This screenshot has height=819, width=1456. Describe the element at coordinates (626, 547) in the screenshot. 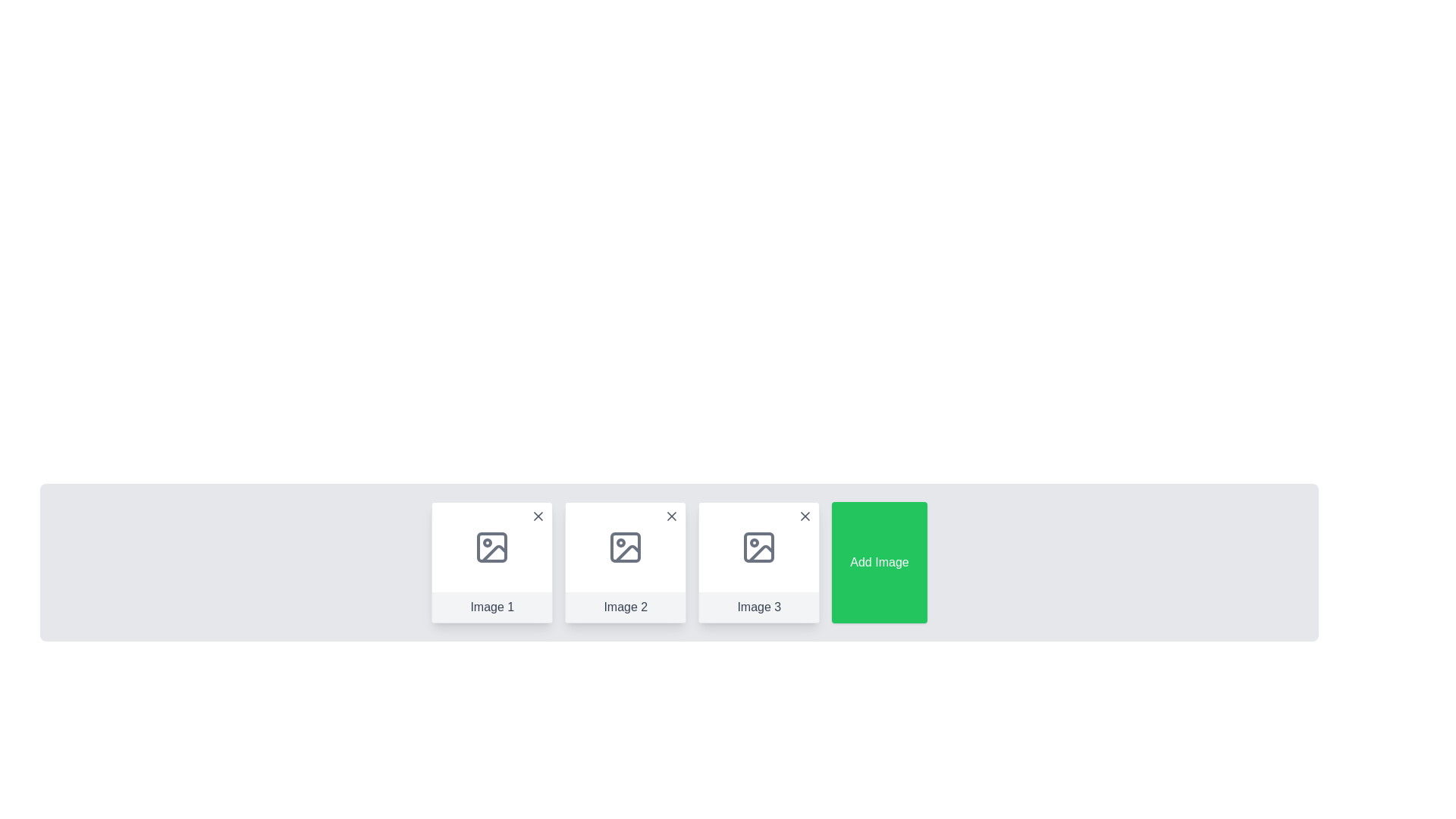

I see `the Image placeholder icon located within the 'Image 2' card, which is the second card in a horizontal list, centered and occupying most of the card's vertical space` at that location.